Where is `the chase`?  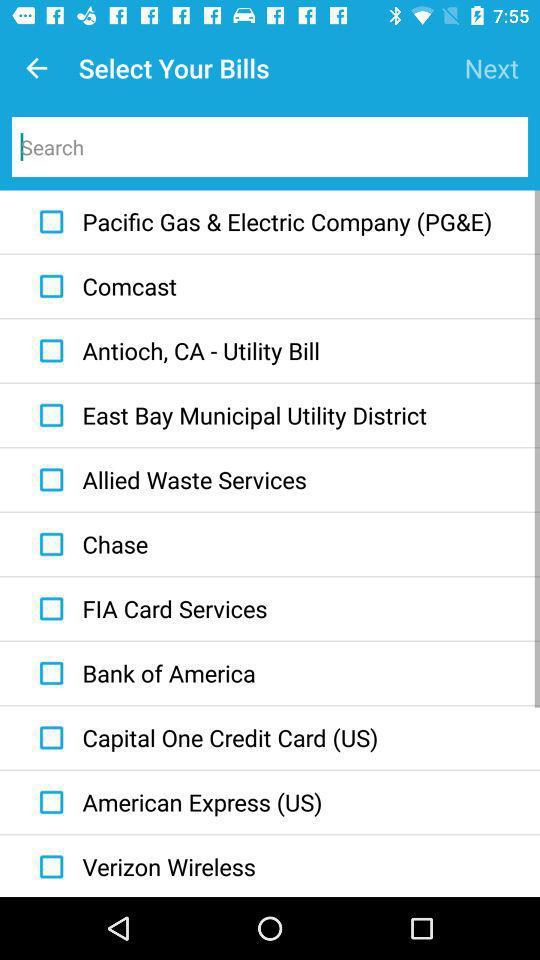
the chase is located at coordinates (88, 544).